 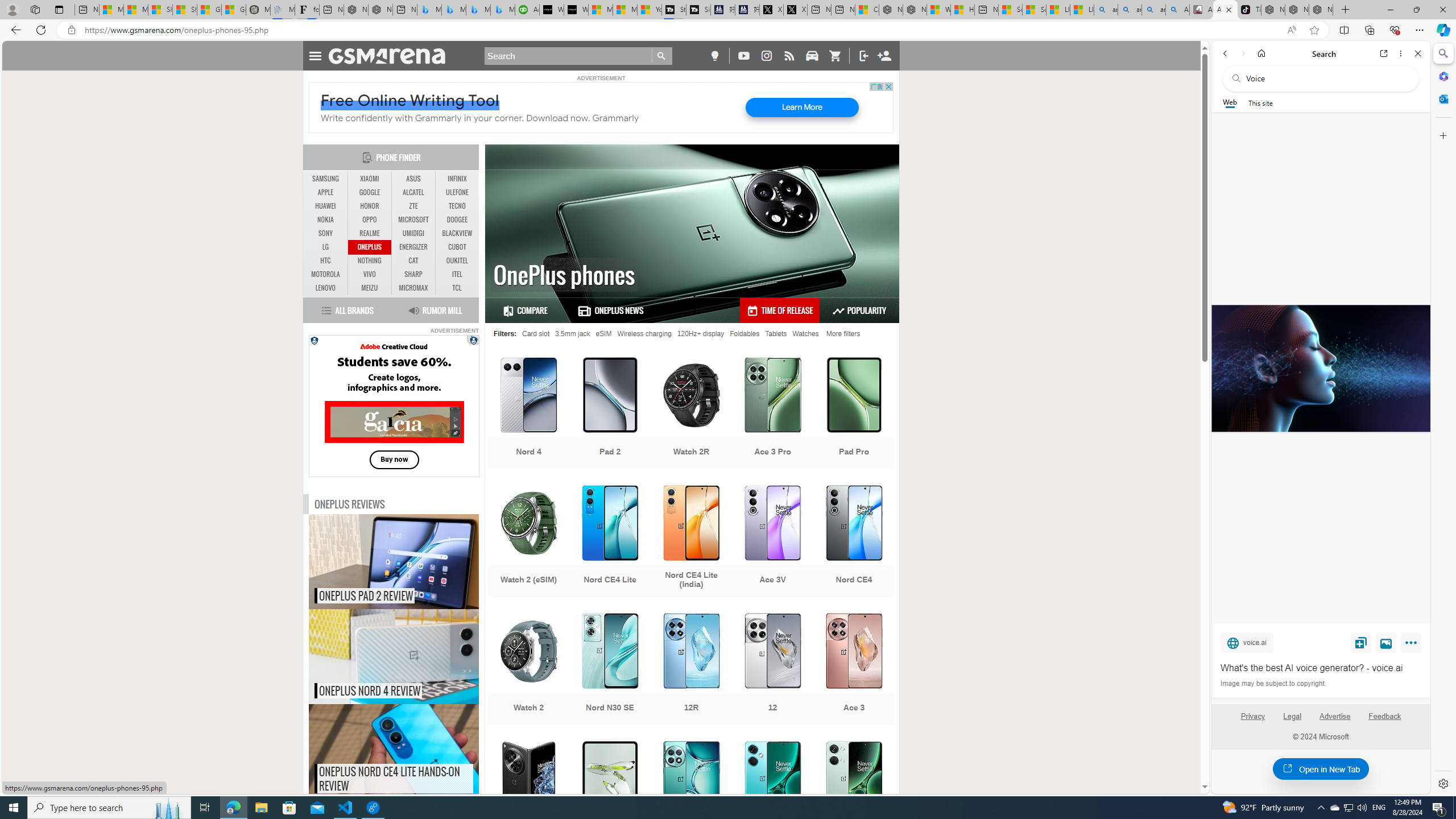 I want to click on 'ASUS', so click(x=413, y=179).